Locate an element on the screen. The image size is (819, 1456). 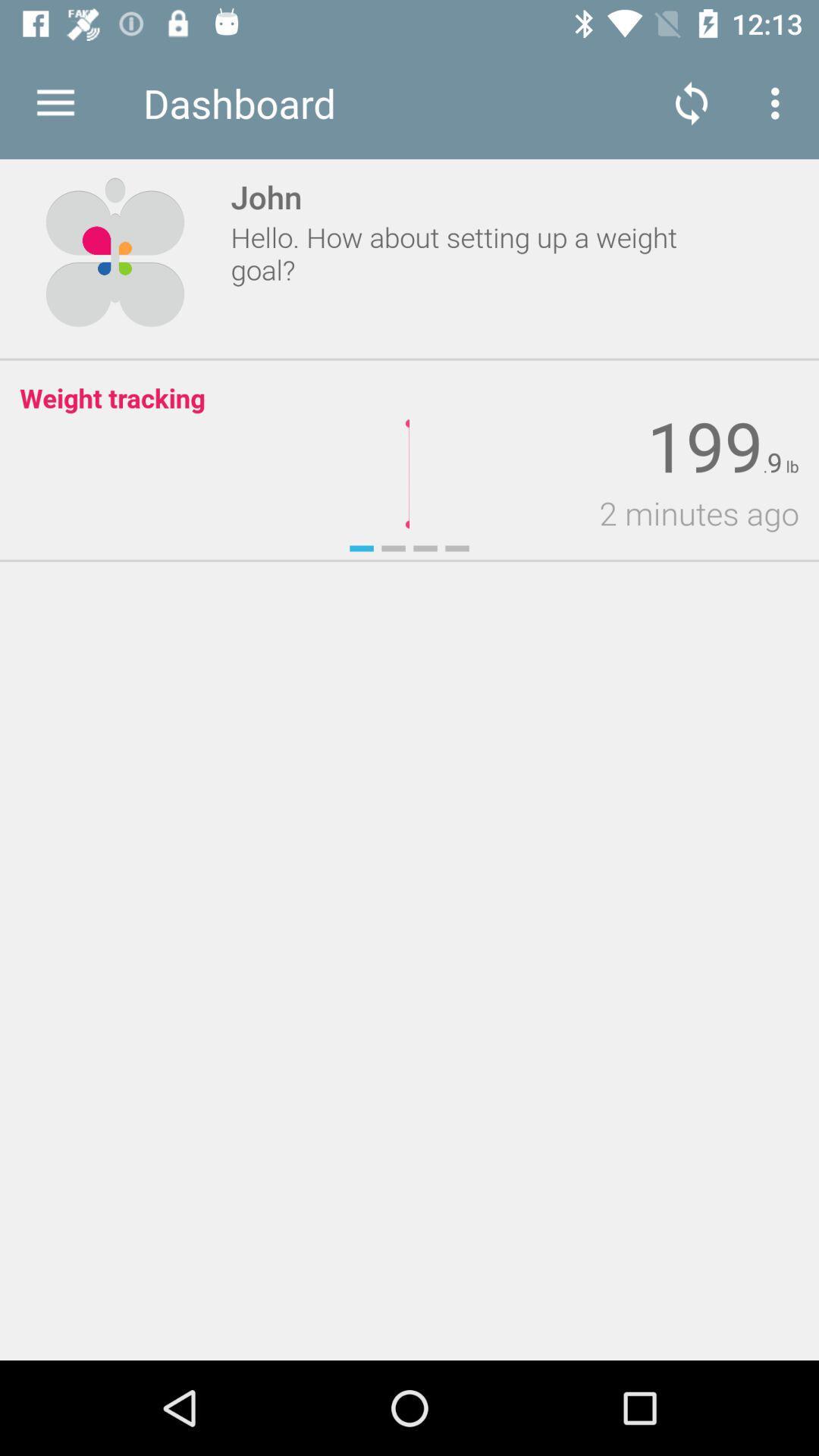
the app to the left of the  lb app is located at coordinates (774, 462).